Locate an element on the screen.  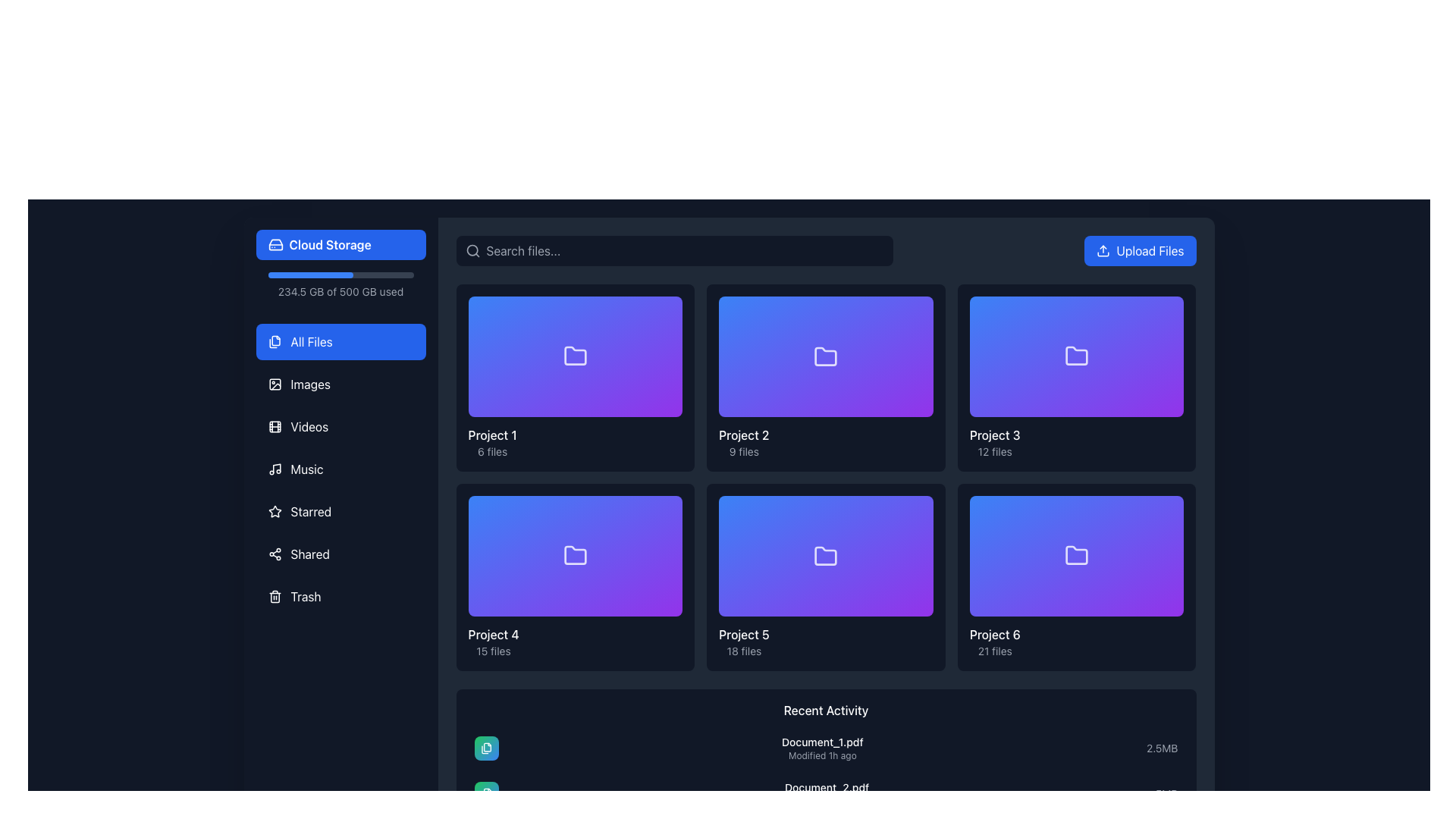
the interactive star icon located at the bottom-right of the 'Project 1' thumbnail using keyboard support is located at coordinates (670, 442).